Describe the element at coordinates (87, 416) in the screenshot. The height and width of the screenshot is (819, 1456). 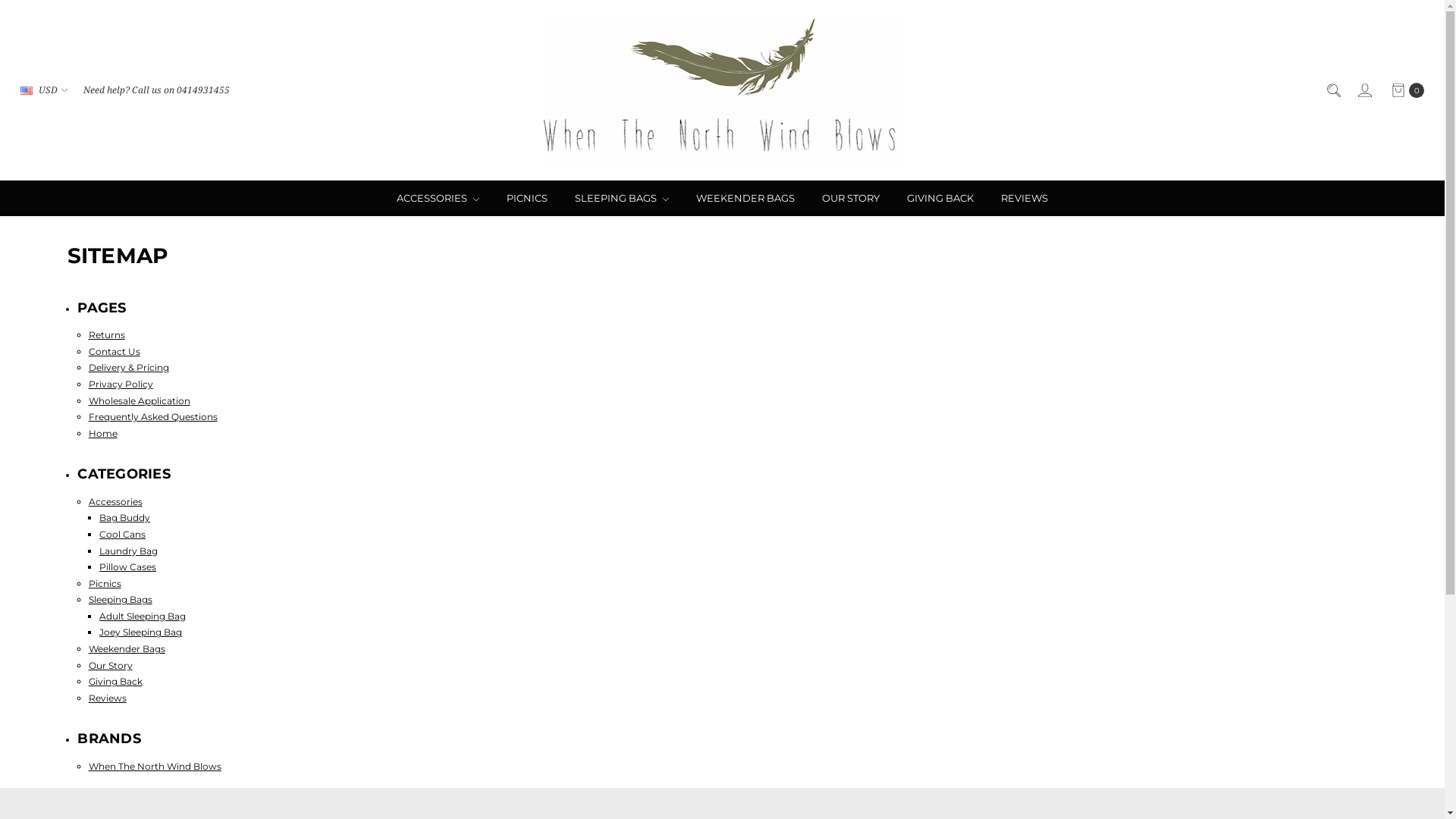
I see `'Frequently Asked Questions'` at that location.